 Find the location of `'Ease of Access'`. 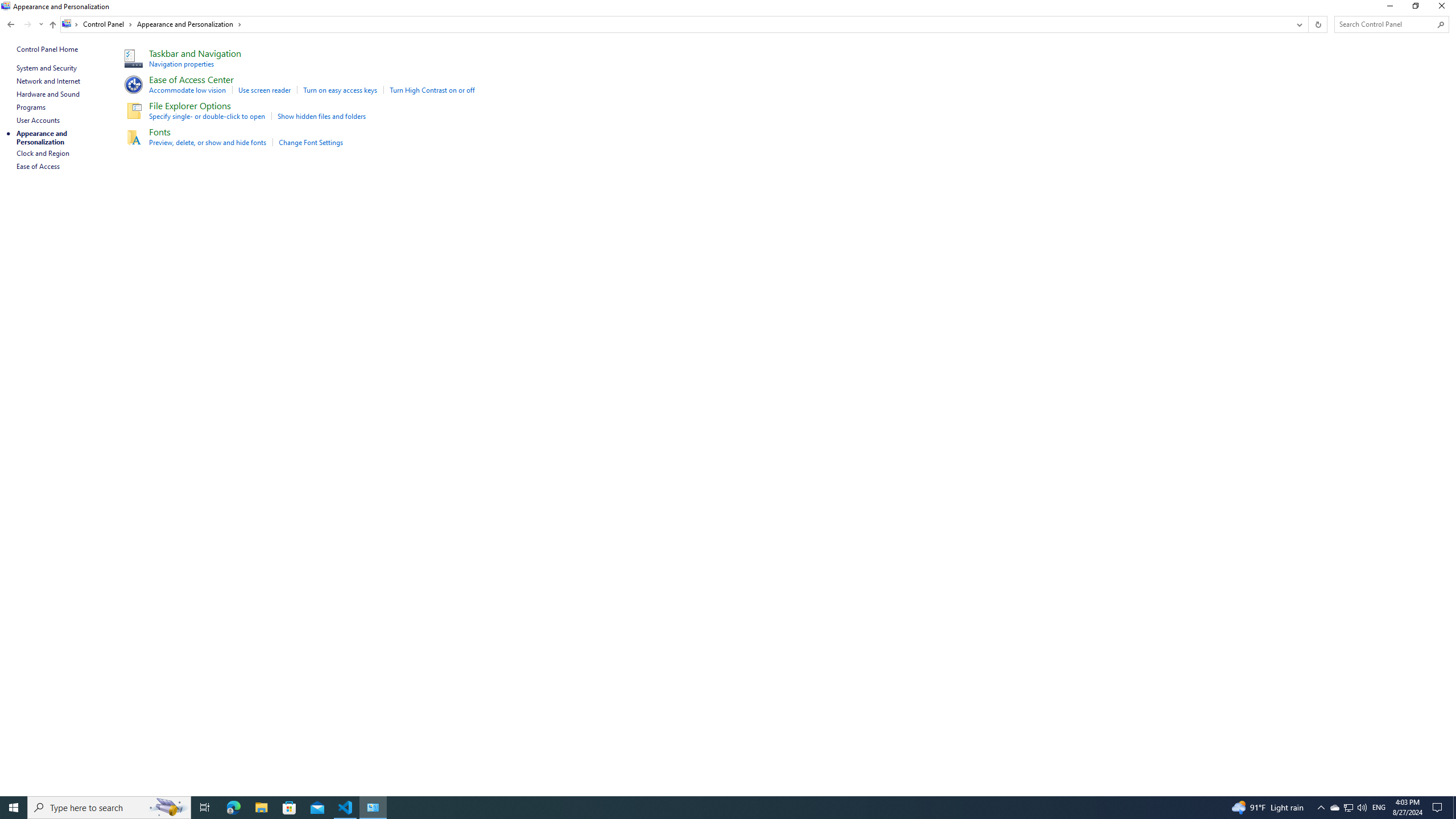

'Ease of Access' is located at coordinates (38, 166).